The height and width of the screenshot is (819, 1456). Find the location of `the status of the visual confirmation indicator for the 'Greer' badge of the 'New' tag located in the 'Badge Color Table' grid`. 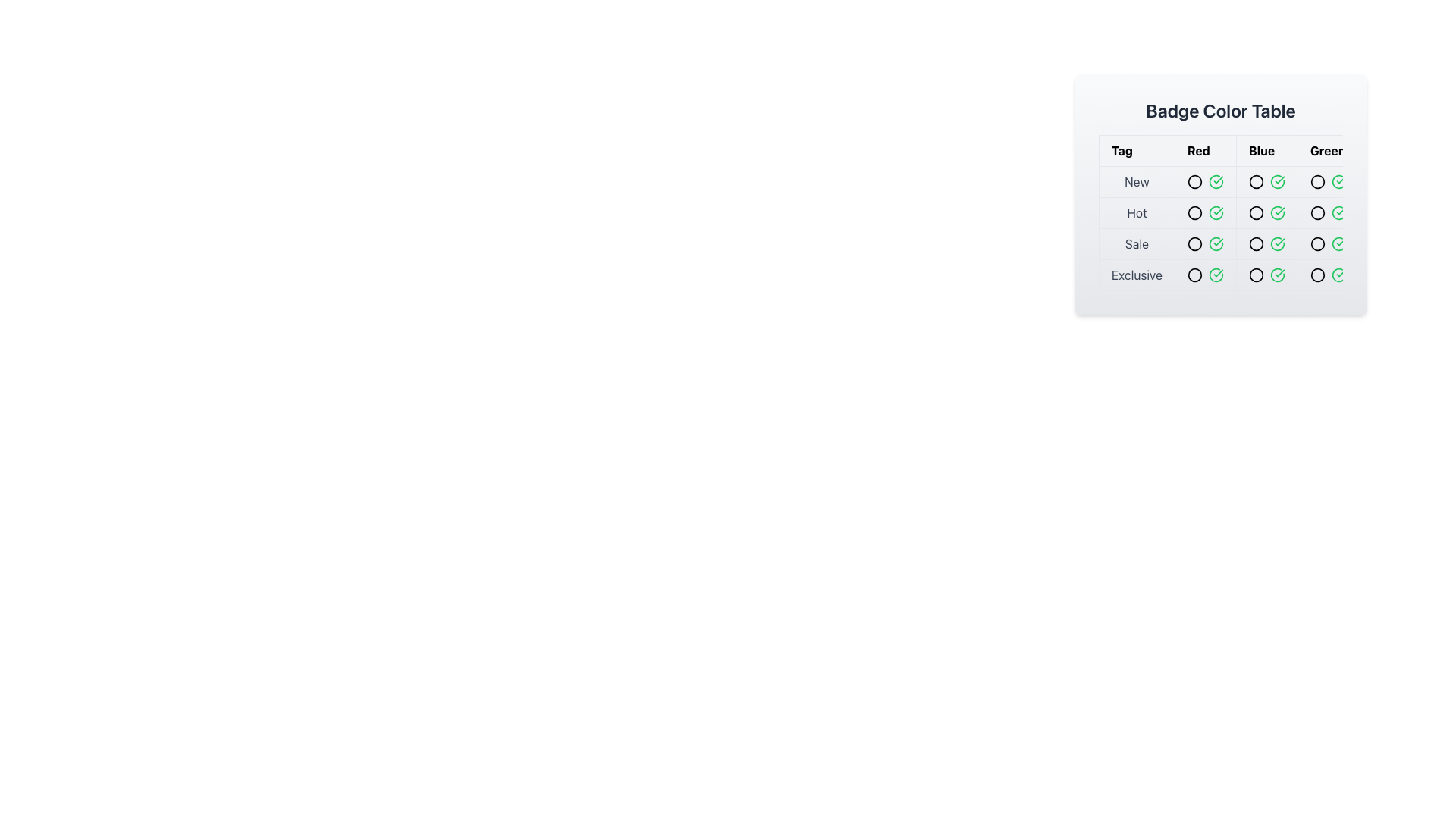

the status of the visual confirmation indicator for the 'Greer' badge of the 'New' tag located in the 'Badge Color Table' grid is located at coordinates (1216, 180).